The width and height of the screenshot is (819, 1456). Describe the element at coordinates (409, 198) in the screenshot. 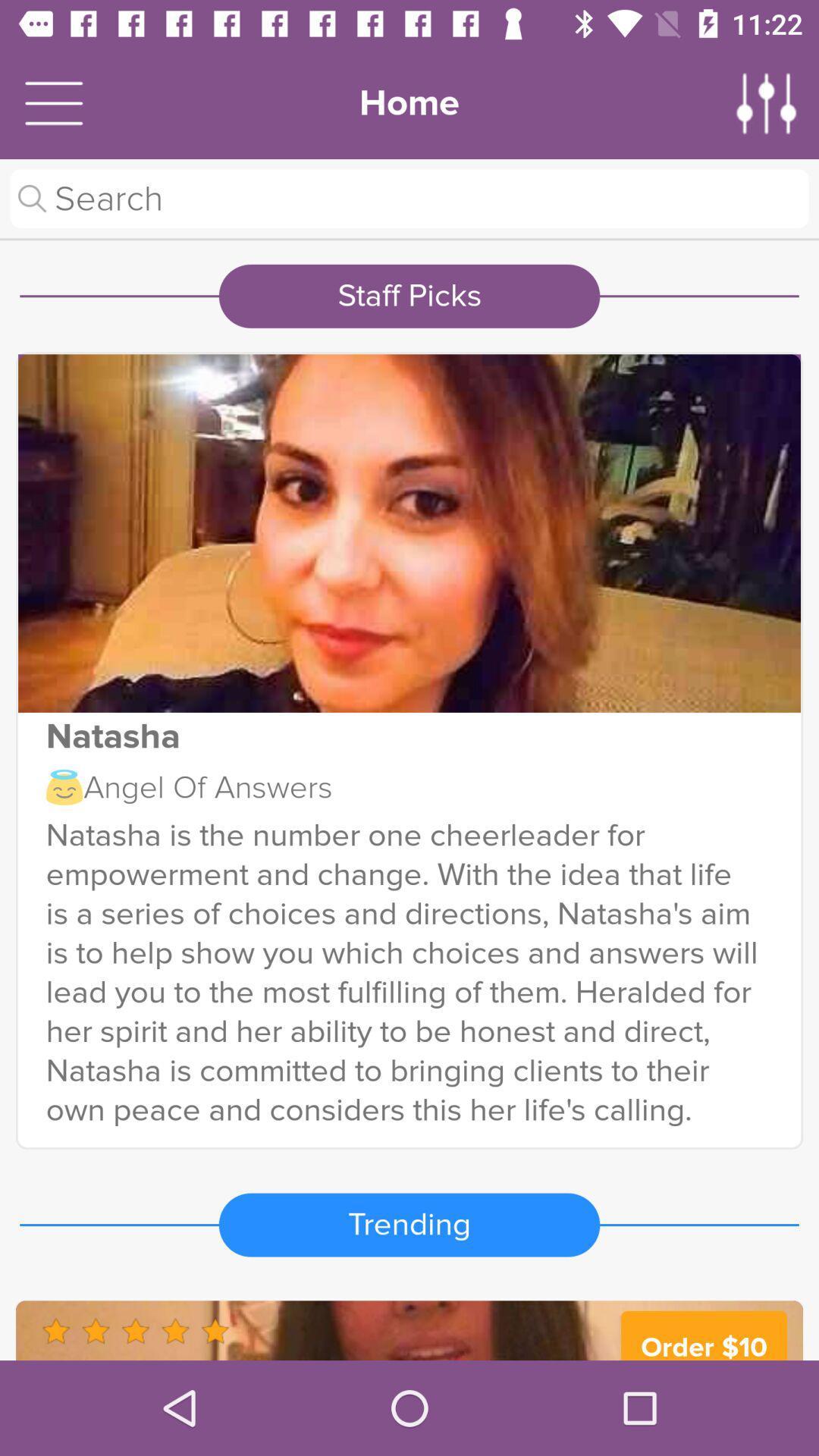

I see `search website` at that location.